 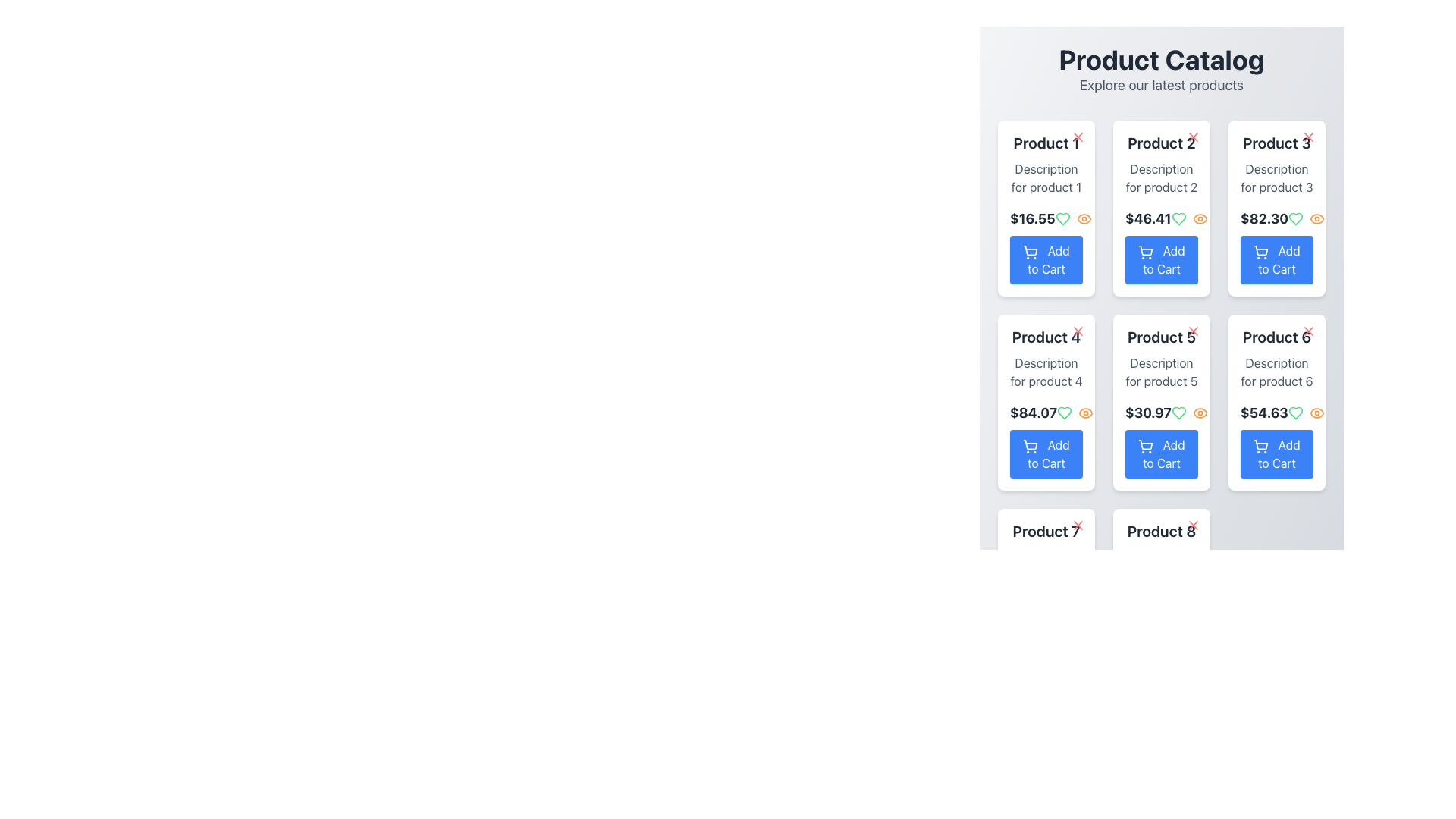 I want to click on the small orange eye icon located within the product card for 'Product 6', so click(x=1316, y=413).